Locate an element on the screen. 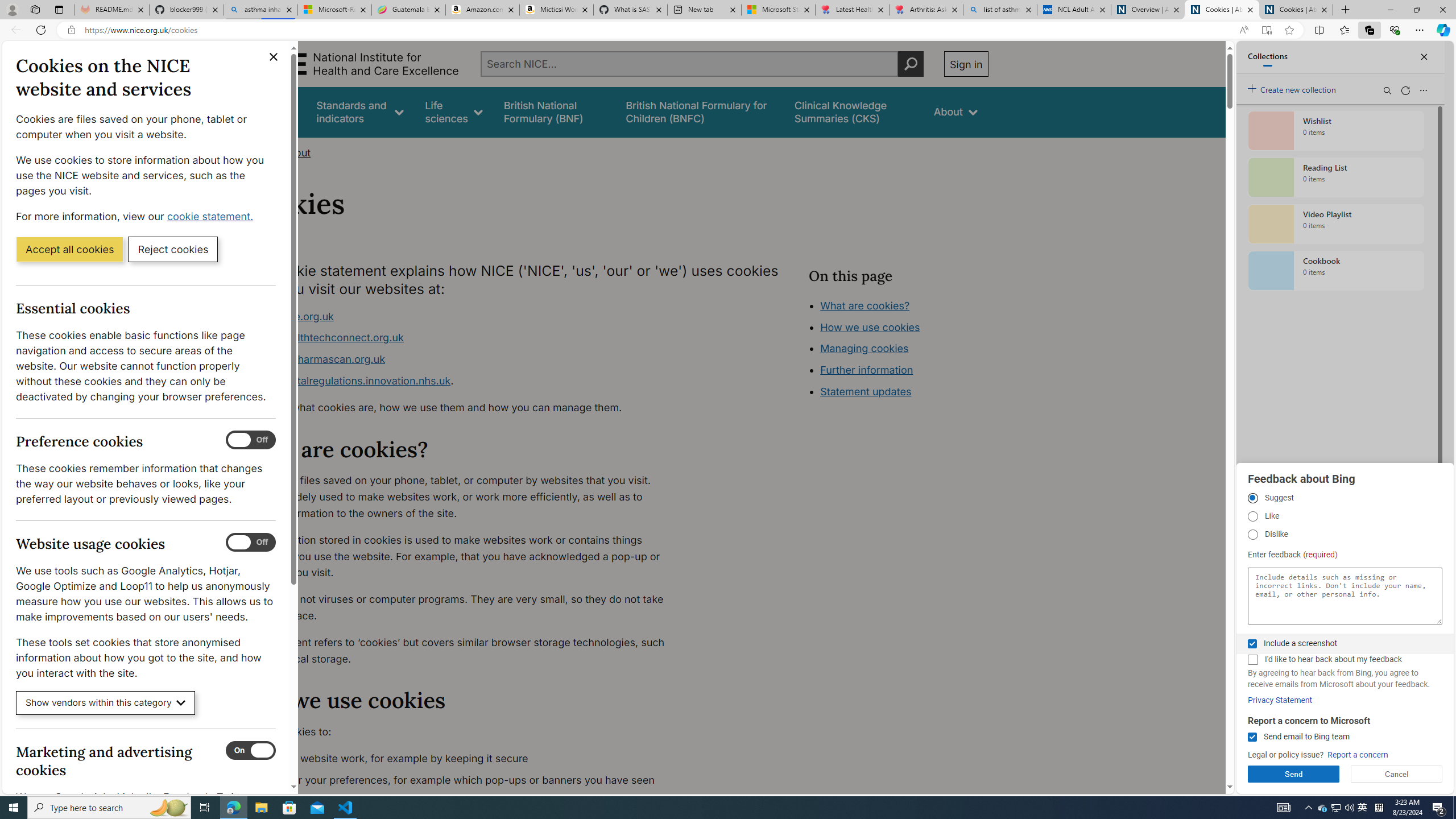  'Website usage cookies' is located at coordinates (250, 542).